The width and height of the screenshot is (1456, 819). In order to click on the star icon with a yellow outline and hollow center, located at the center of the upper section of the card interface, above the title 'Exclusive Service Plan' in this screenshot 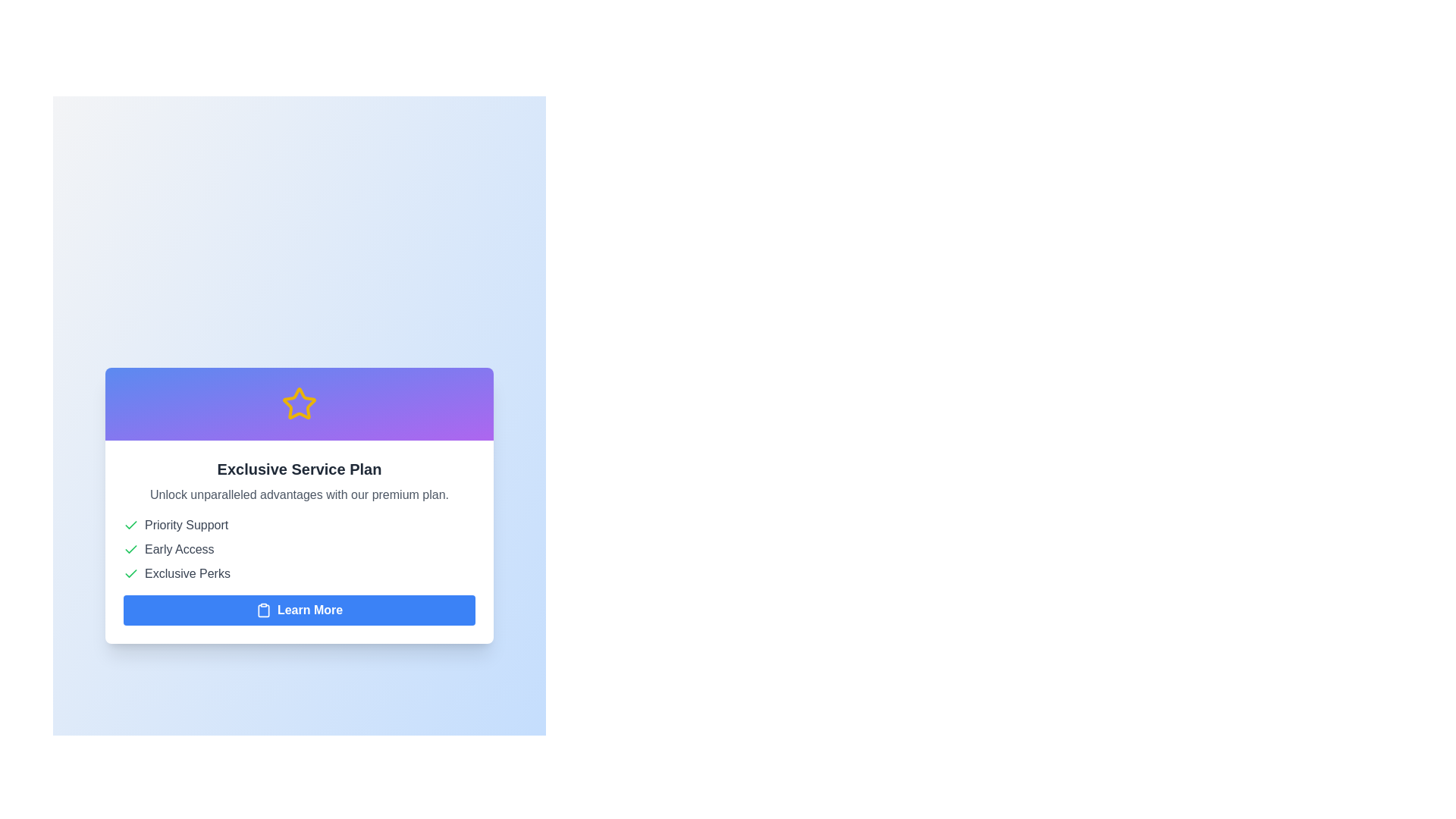, I will do `click(299, 403)`.